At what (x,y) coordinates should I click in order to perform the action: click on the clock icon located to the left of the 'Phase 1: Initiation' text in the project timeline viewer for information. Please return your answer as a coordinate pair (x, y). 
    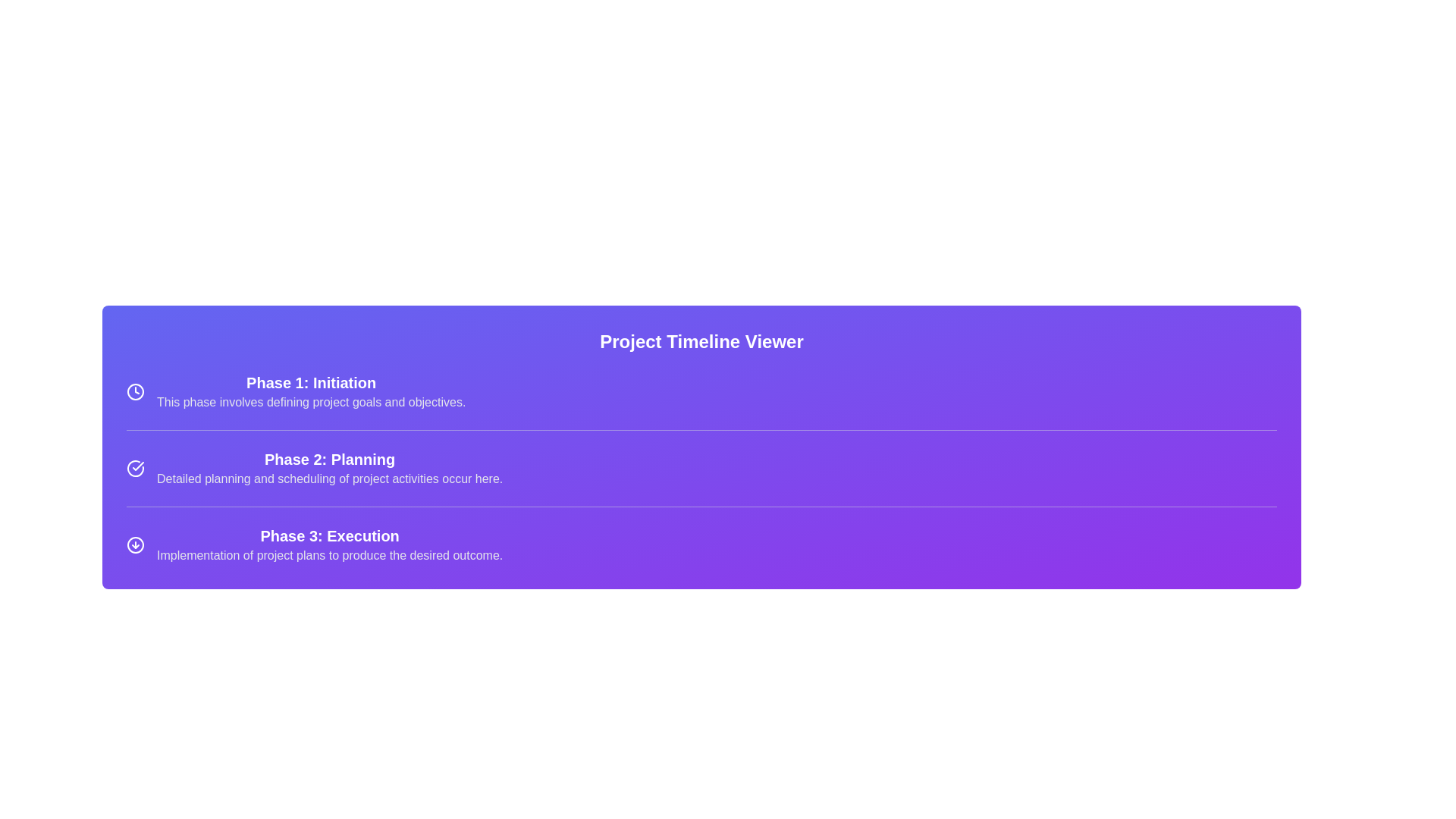
    Looking at the image, I should click on (135, 391).